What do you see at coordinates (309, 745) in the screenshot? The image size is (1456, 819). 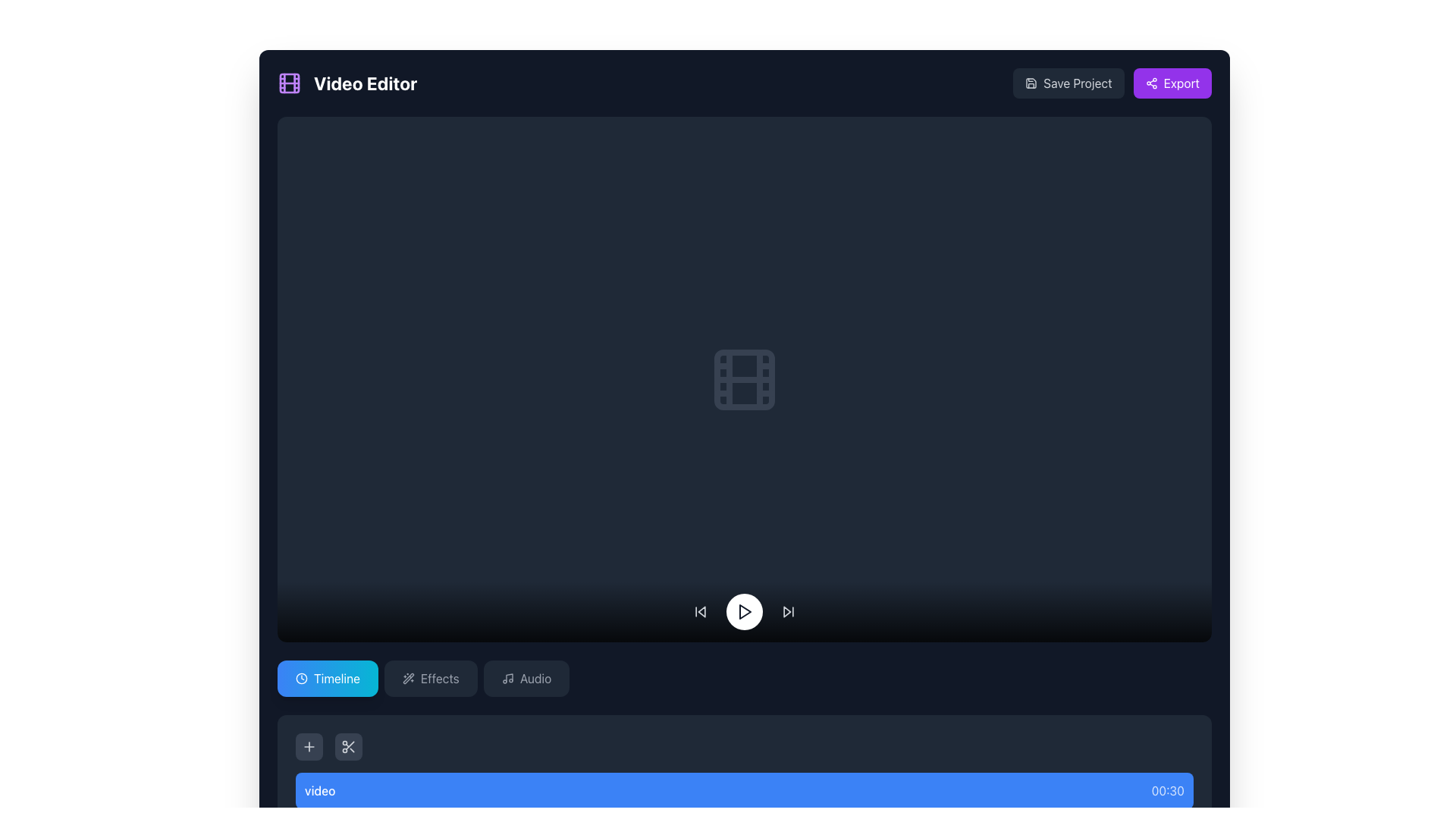 I see `the small square button with a dark gray background and a white plus icon, located just above the timeline's blue 'video' label in the bottom left quadrant of the interface` at bounding box center [309, 745].